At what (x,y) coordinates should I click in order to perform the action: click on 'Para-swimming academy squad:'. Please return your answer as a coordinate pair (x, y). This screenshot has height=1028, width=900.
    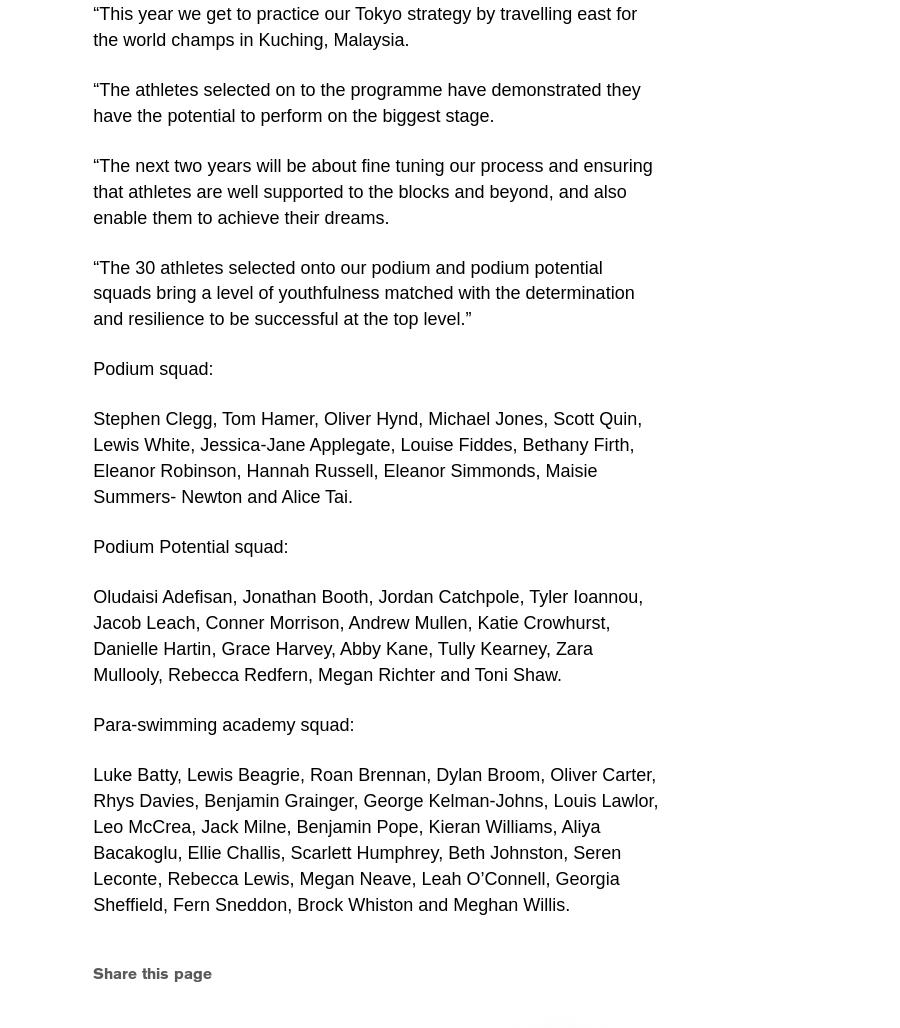
    Looking at the image, I should click on (223, 724).